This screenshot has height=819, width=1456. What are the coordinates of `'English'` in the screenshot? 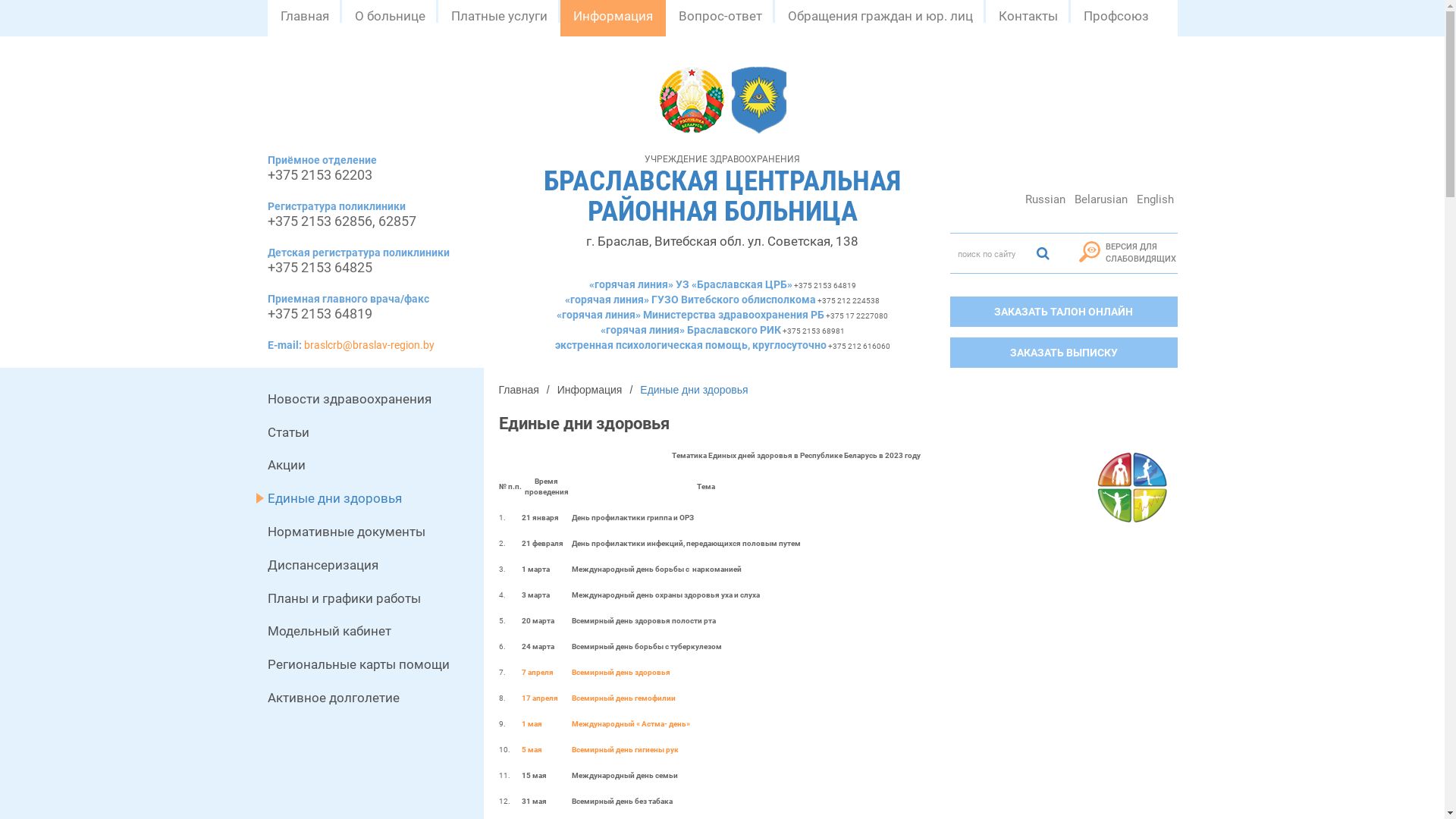 It's located at (1154, 198).